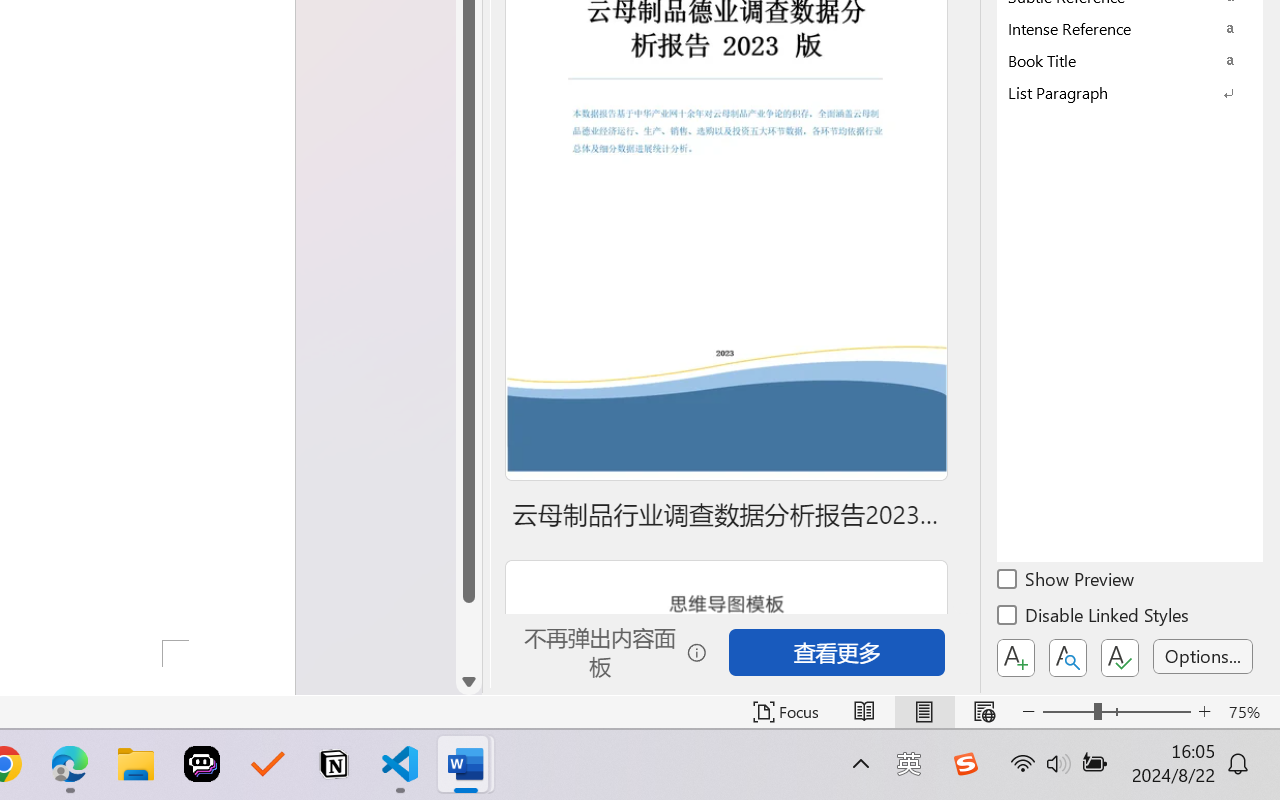  I want to click on 'Intense Reference', so click(1130, 28).